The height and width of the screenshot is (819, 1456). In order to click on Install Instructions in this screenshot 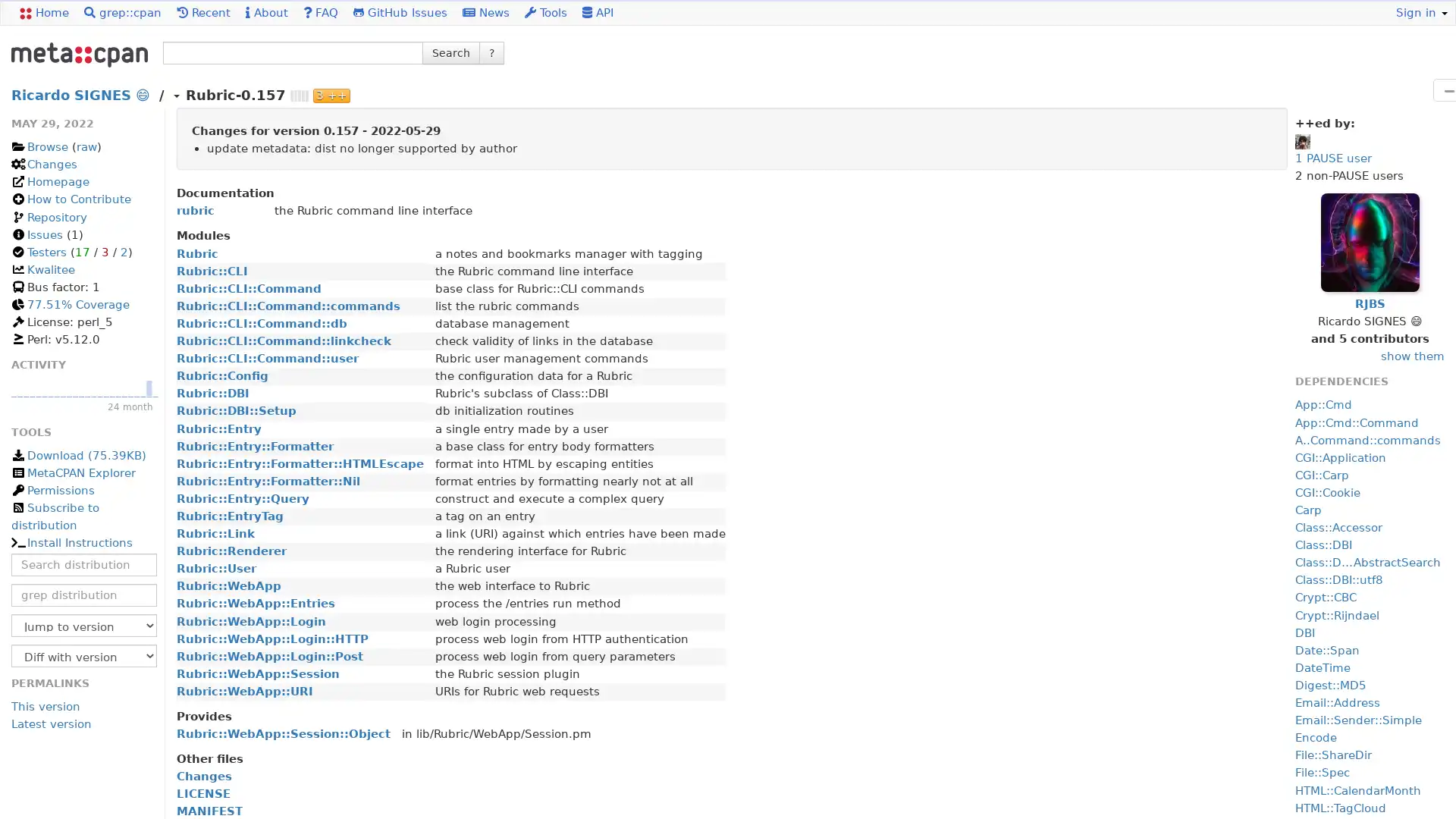, I will do `click(71, 542)`.